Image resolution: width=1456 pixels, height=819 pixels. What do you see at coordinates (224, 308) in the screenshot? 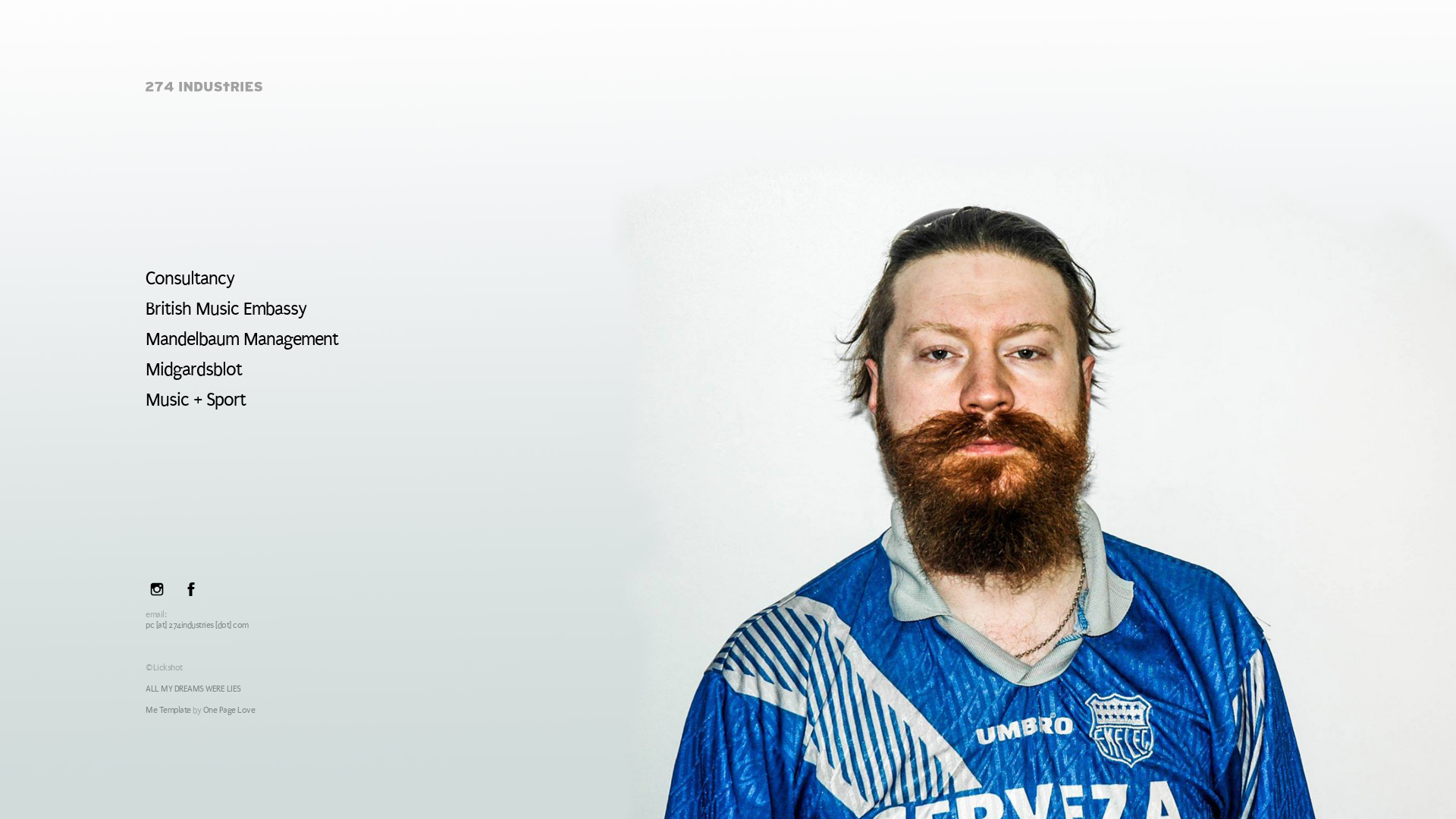
I see `'British Music Embassy'` at bounding box center [224, 308].